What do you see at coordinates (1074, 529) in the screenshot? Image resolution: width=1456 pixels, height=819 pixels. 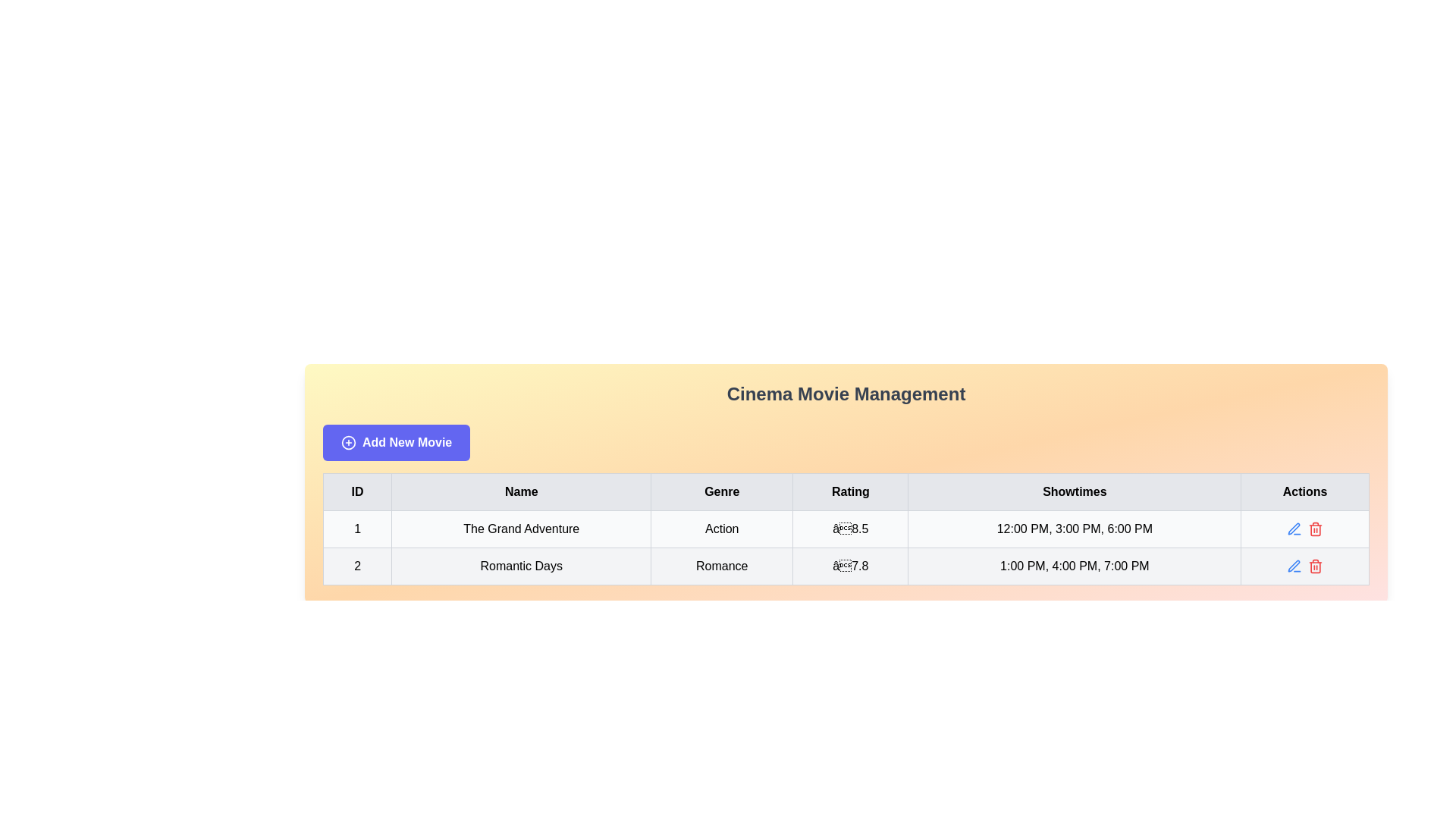 I see `the Text Display showing scheduled showtimes for the movie 'The Grand Adventure', located in the 'Showtimes' column of the table` at bounding box center [1074, 529].